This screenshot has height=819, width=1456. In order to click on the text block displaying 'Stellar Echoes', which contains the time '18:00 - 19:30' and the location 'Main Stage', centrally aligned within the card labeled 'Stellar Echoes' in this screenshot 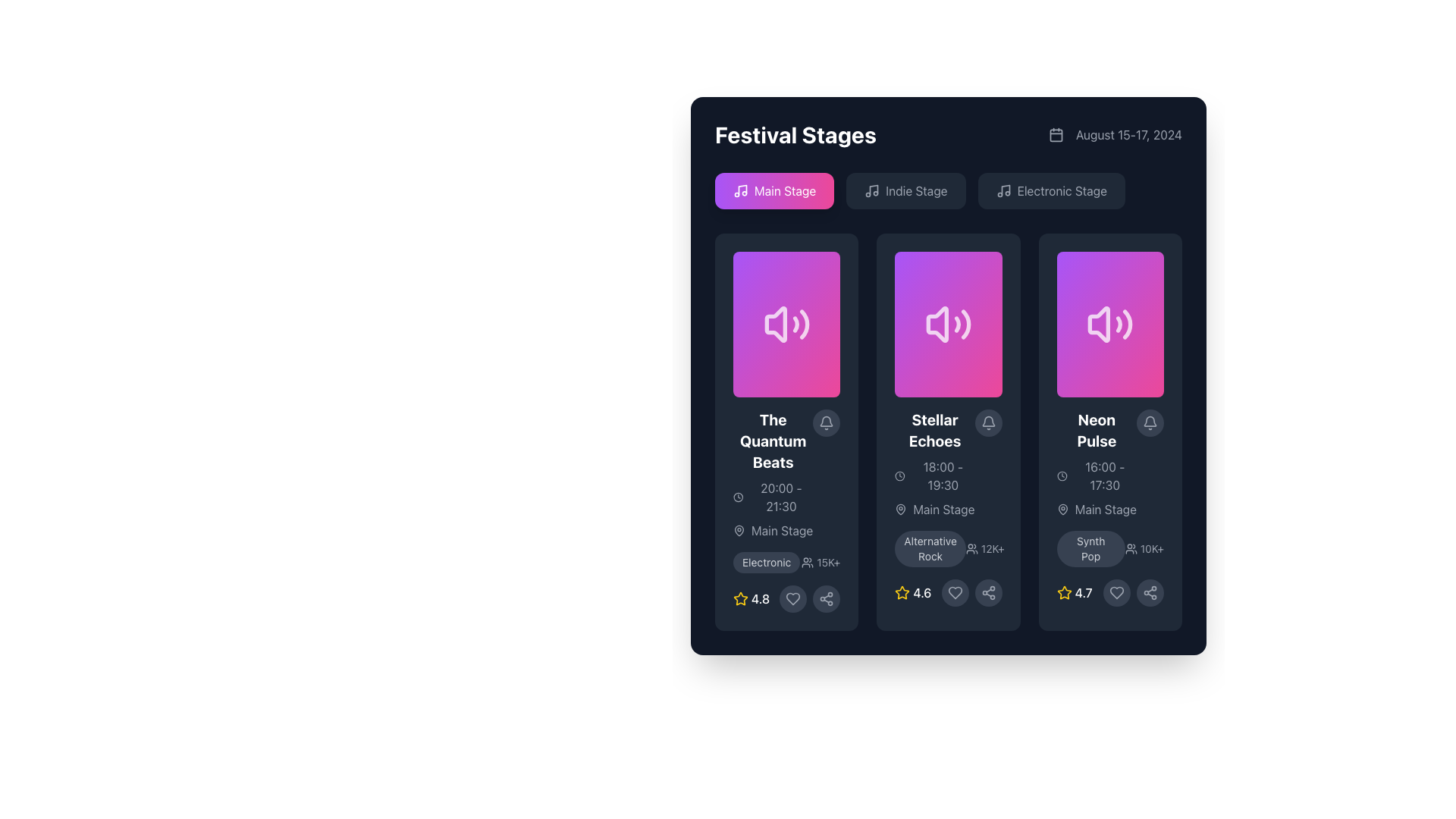, I will do `click(948, 463)`.